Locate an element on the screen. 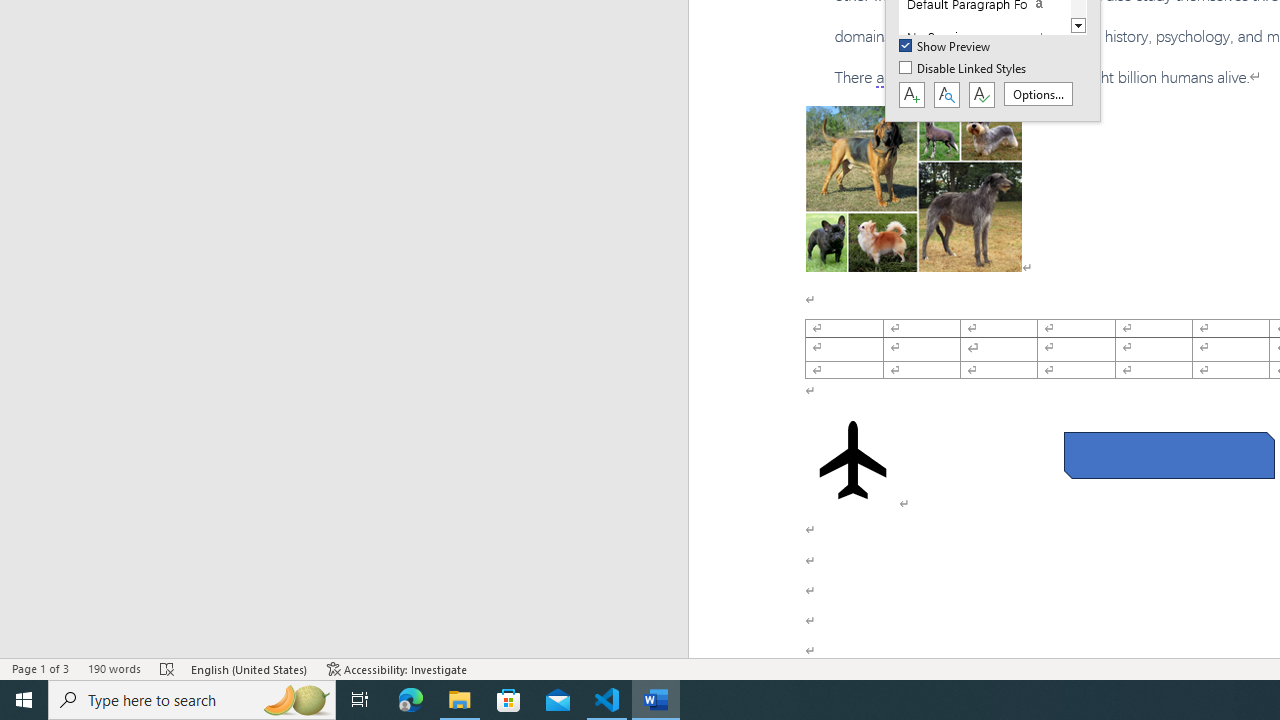  'Class: NetUIButton' is located at coordinates (981, 95).